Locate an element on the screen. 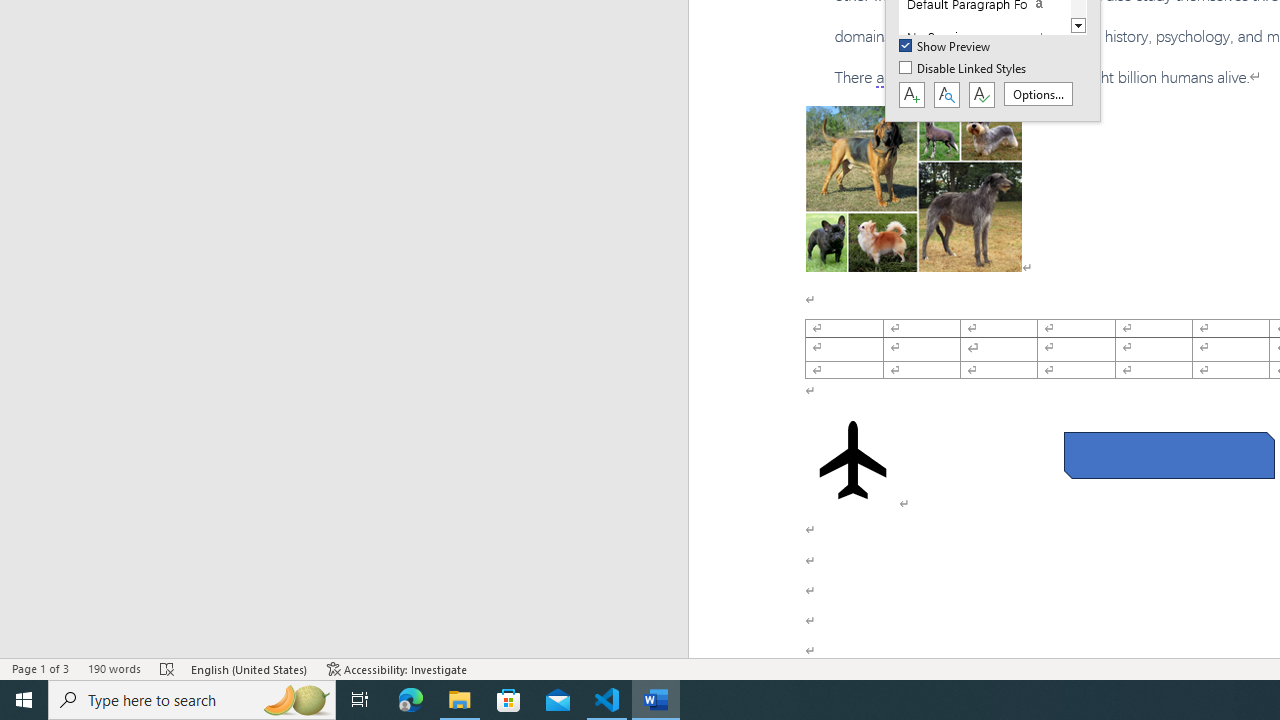  'Class: NetUIButton' is located at coordinates (981, 95).